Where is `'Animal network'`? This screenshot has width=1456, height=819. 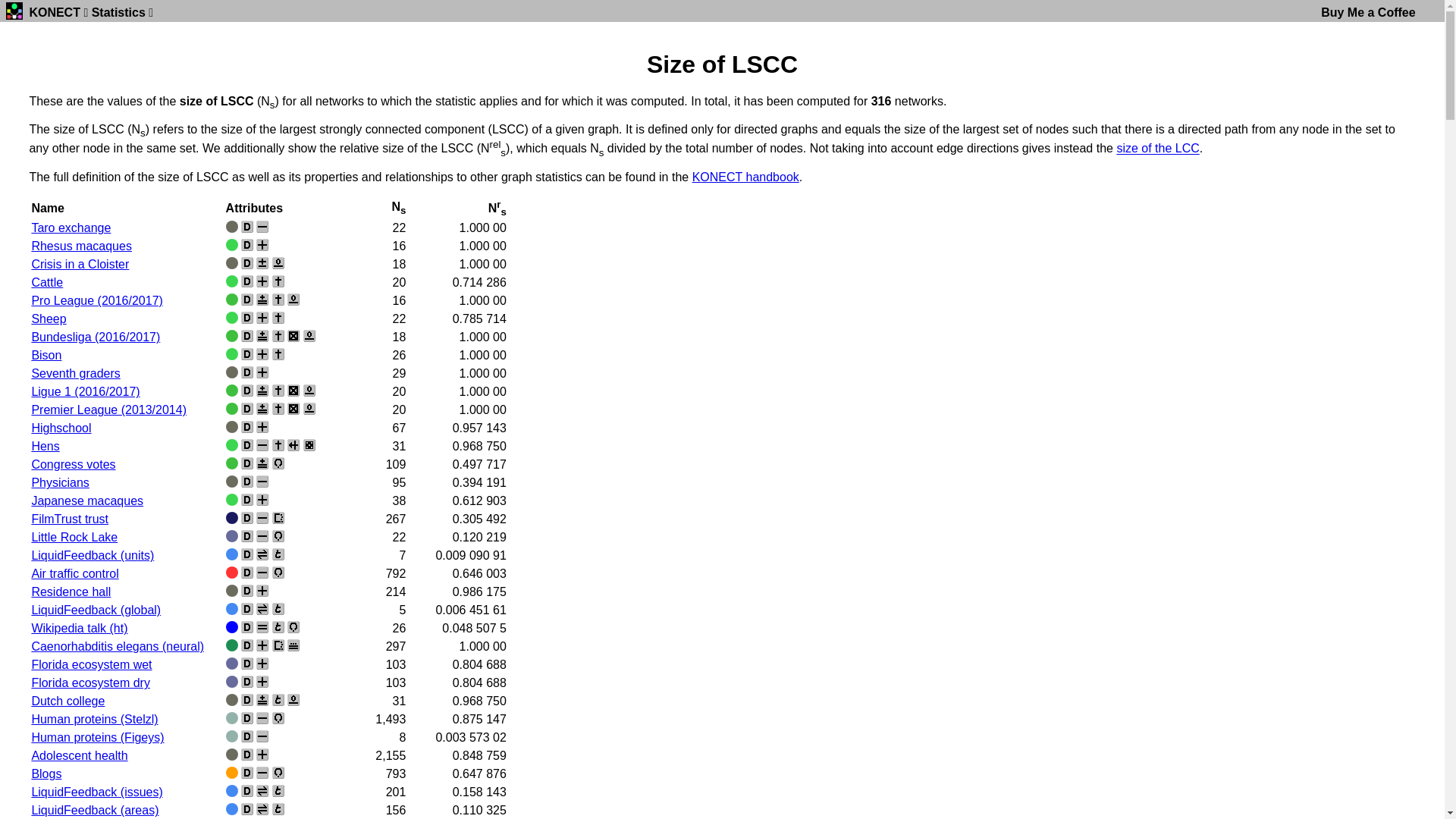 'Animal network' is located at coordinates (231, 444).